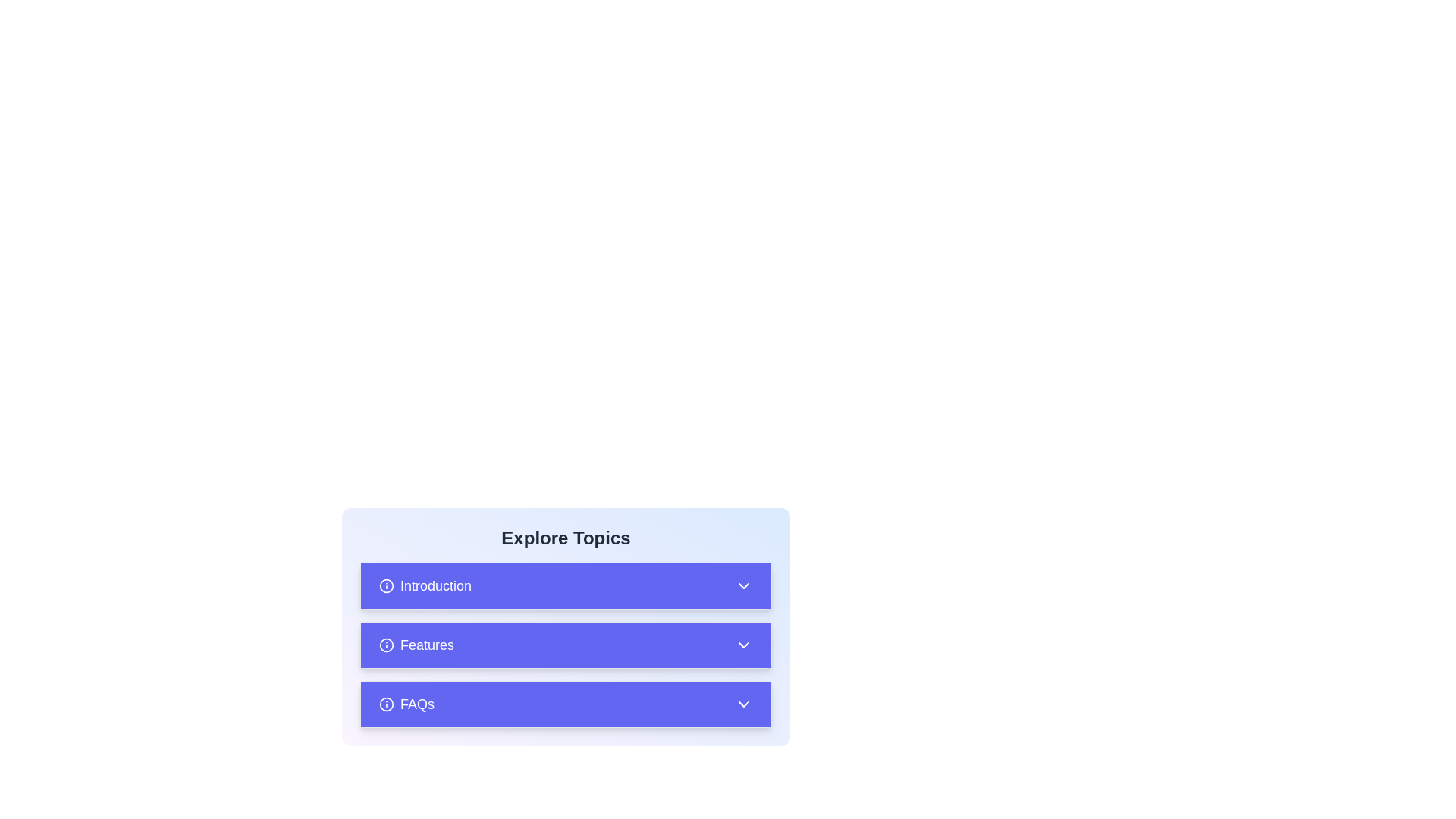 Image resolution: width=1456 pixels, height=819 pixels. Describe the element at coordinates (386, 645) in the screenshot. I see `the circular graphical icon located in the 'Features' section of the 'Explore Topics' interface` at that location.